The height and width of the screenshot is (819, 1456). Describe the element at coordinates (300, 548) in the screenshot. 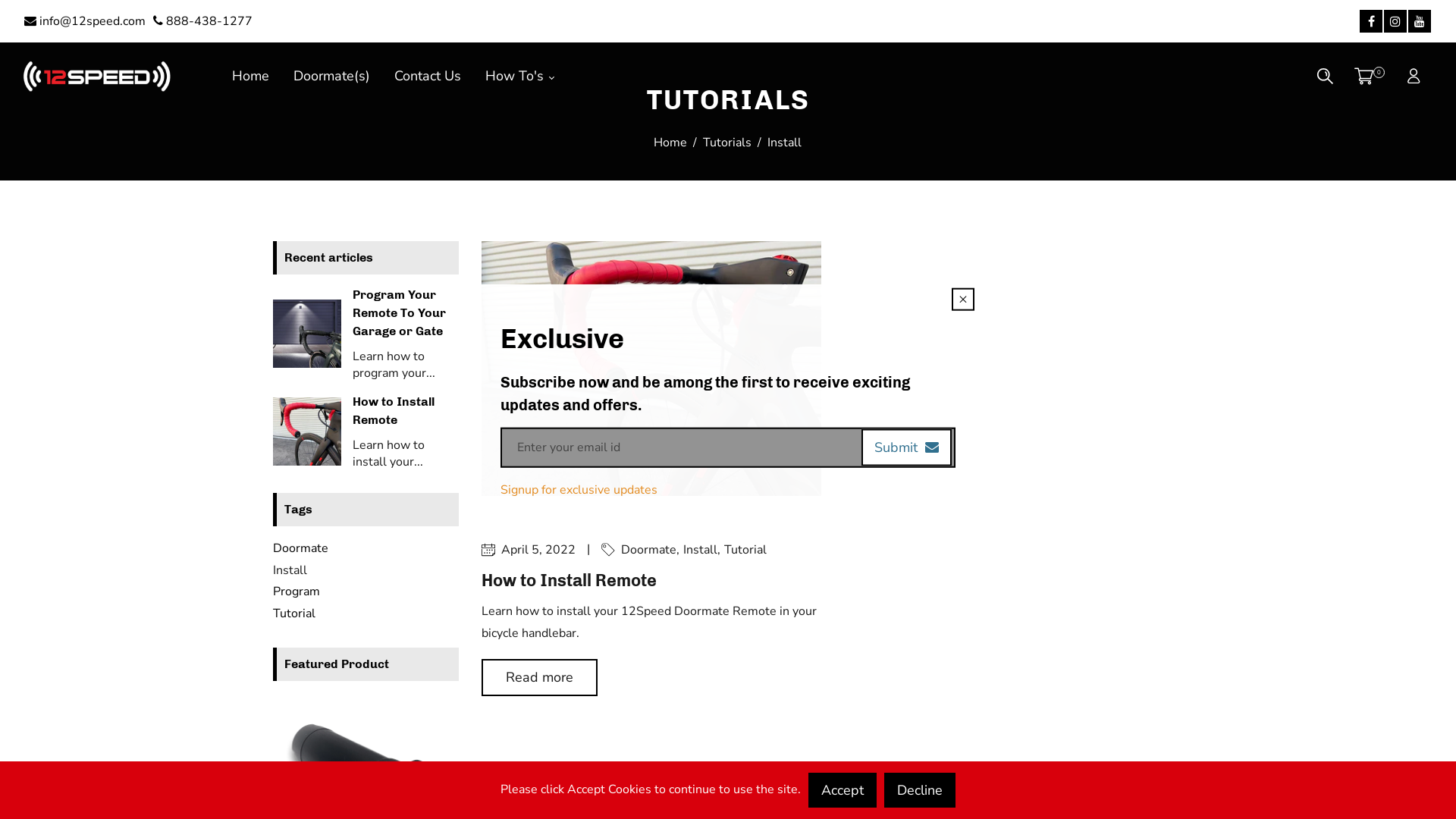

I see `'Doormate'` at that location.